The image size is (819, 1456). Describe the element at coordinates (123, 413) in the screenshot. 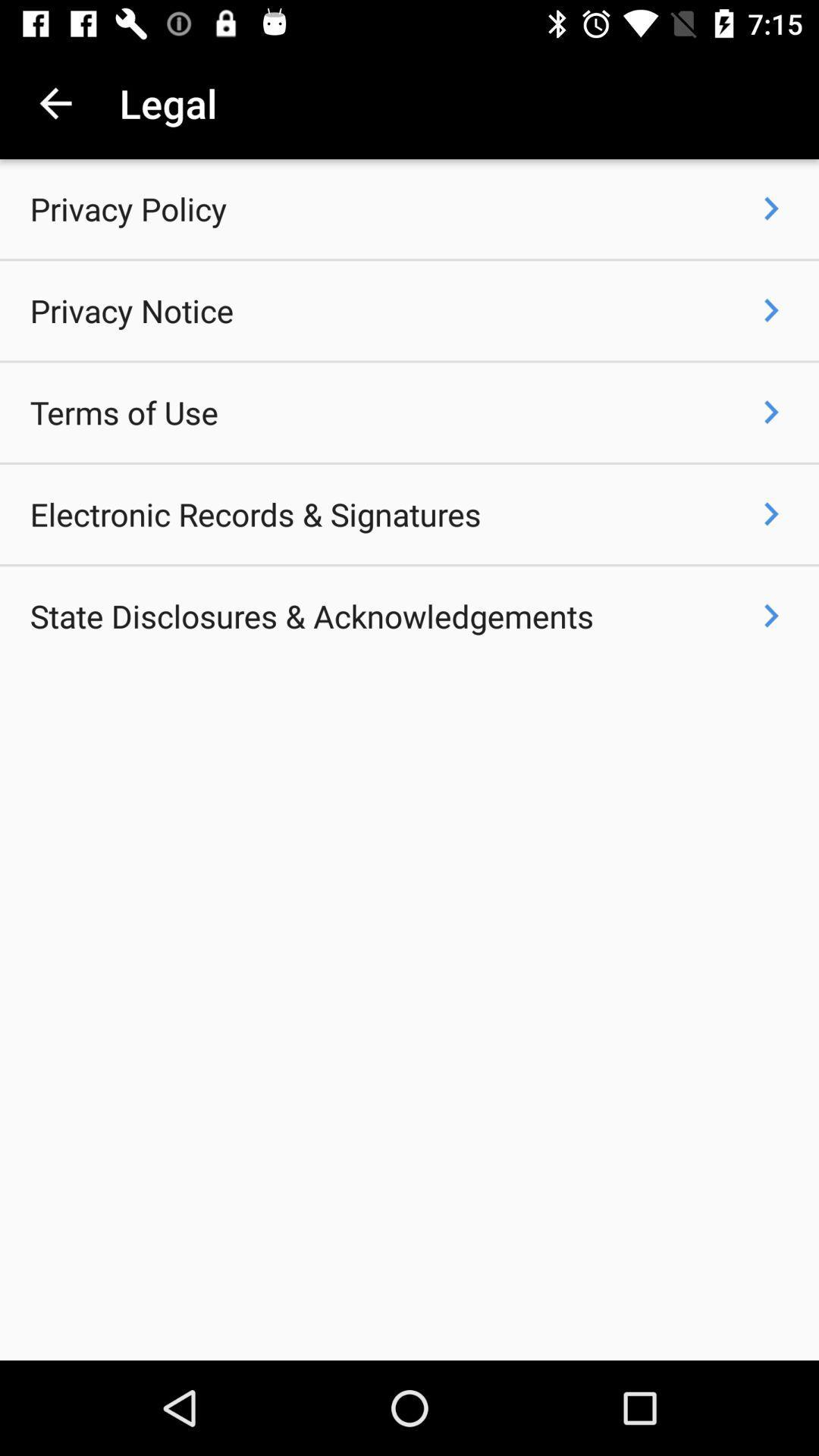

I see `the terms of use item` at that location.